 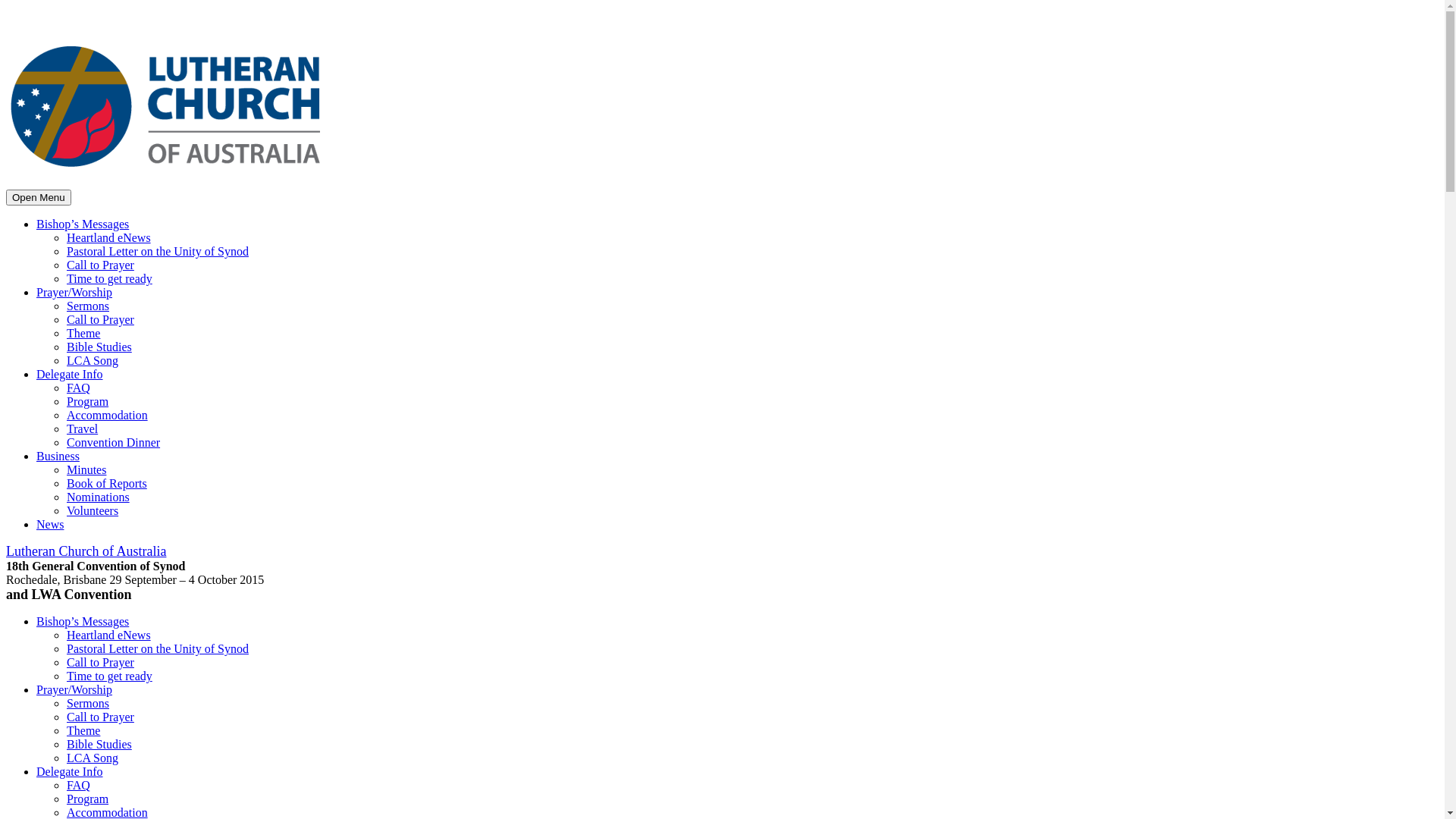 What do you see at coordinates (108, 675) in the screenshot?
I see `'Time to get ready'` at bounding box center [108, 675].